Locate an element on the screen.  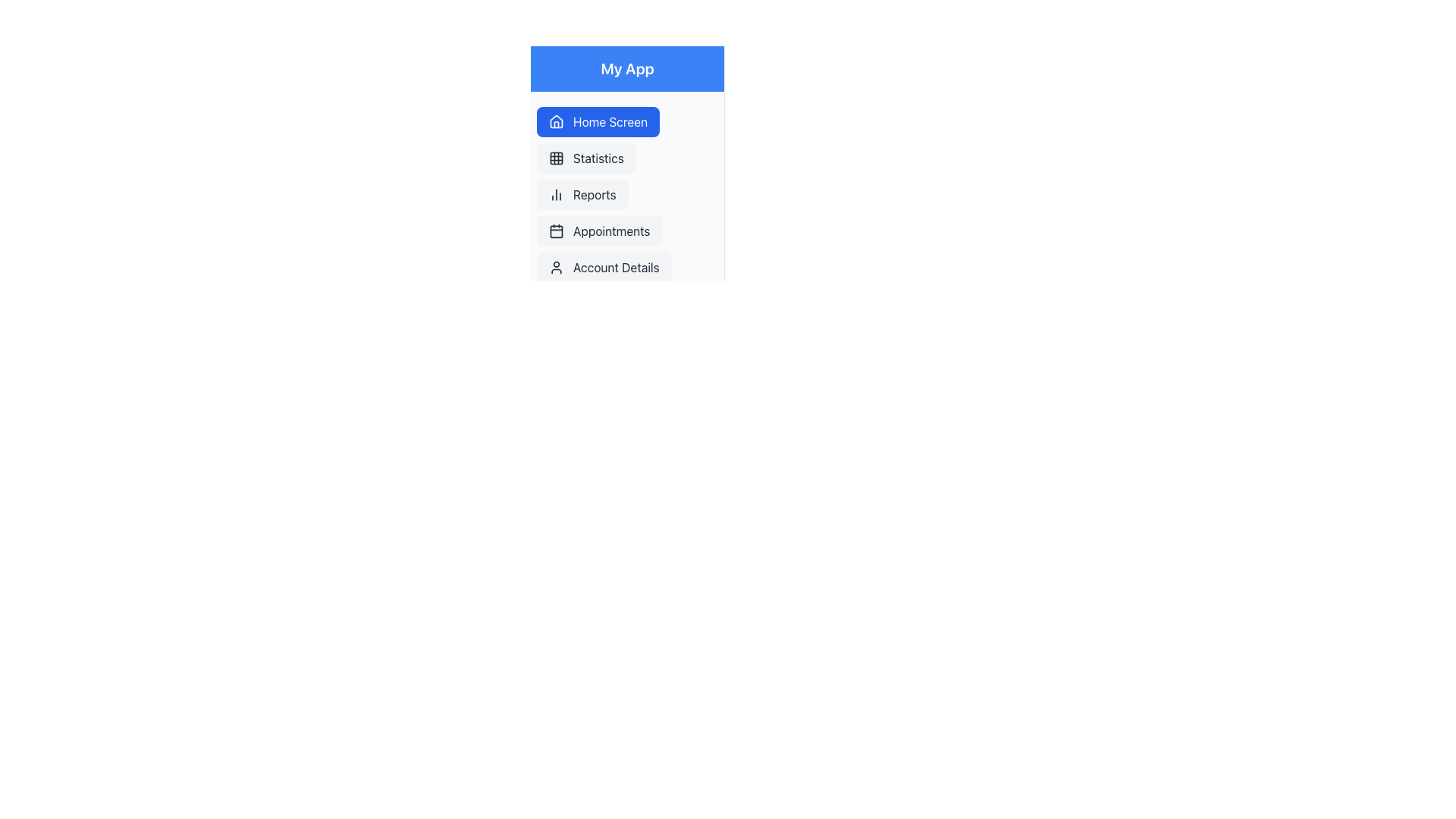
the 'Reports' text label in the vertical navigation menu is located at coordinates (594, 194).